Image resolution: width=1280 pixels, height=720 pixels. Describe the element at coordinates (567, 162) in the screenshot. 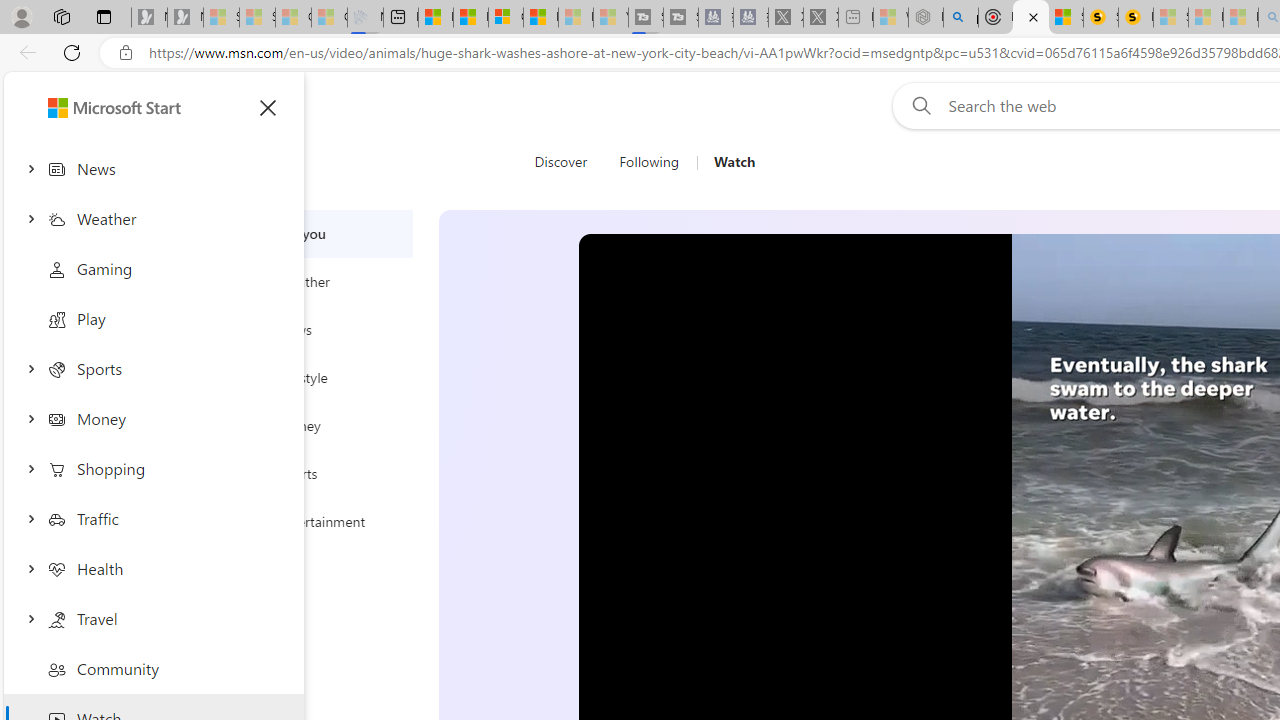

I see `'Discover'` at that location.